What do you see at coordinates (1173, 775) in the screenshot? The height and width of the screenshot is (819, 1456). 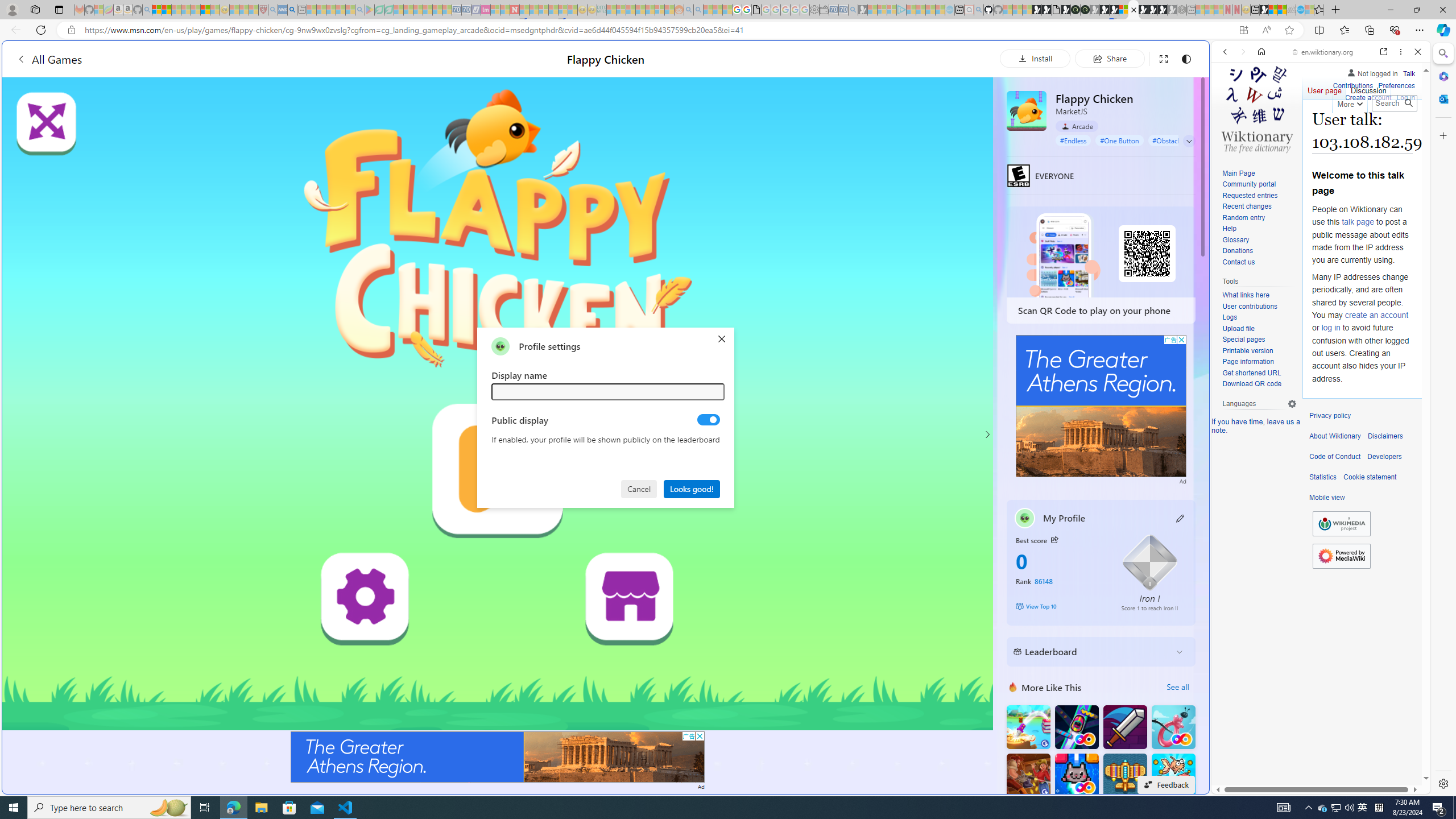 I see `'Fish Merge FRVR'` at bounding box center [1173, 775].